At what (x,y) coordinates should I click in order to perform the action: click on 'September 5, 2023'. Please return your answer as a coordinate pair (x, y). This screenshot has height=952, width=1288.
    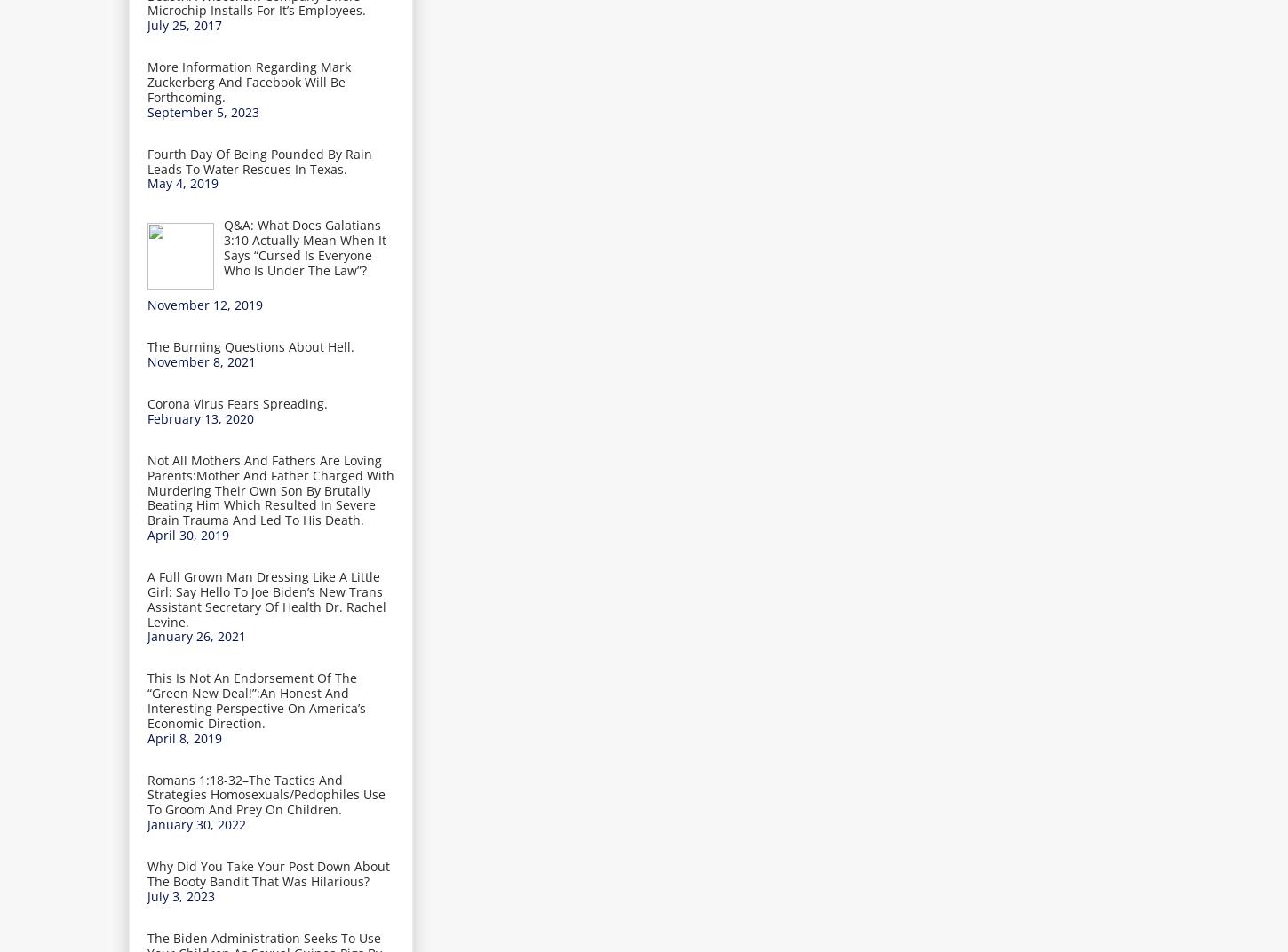
    Looking at the image, I should click on (202, 111).